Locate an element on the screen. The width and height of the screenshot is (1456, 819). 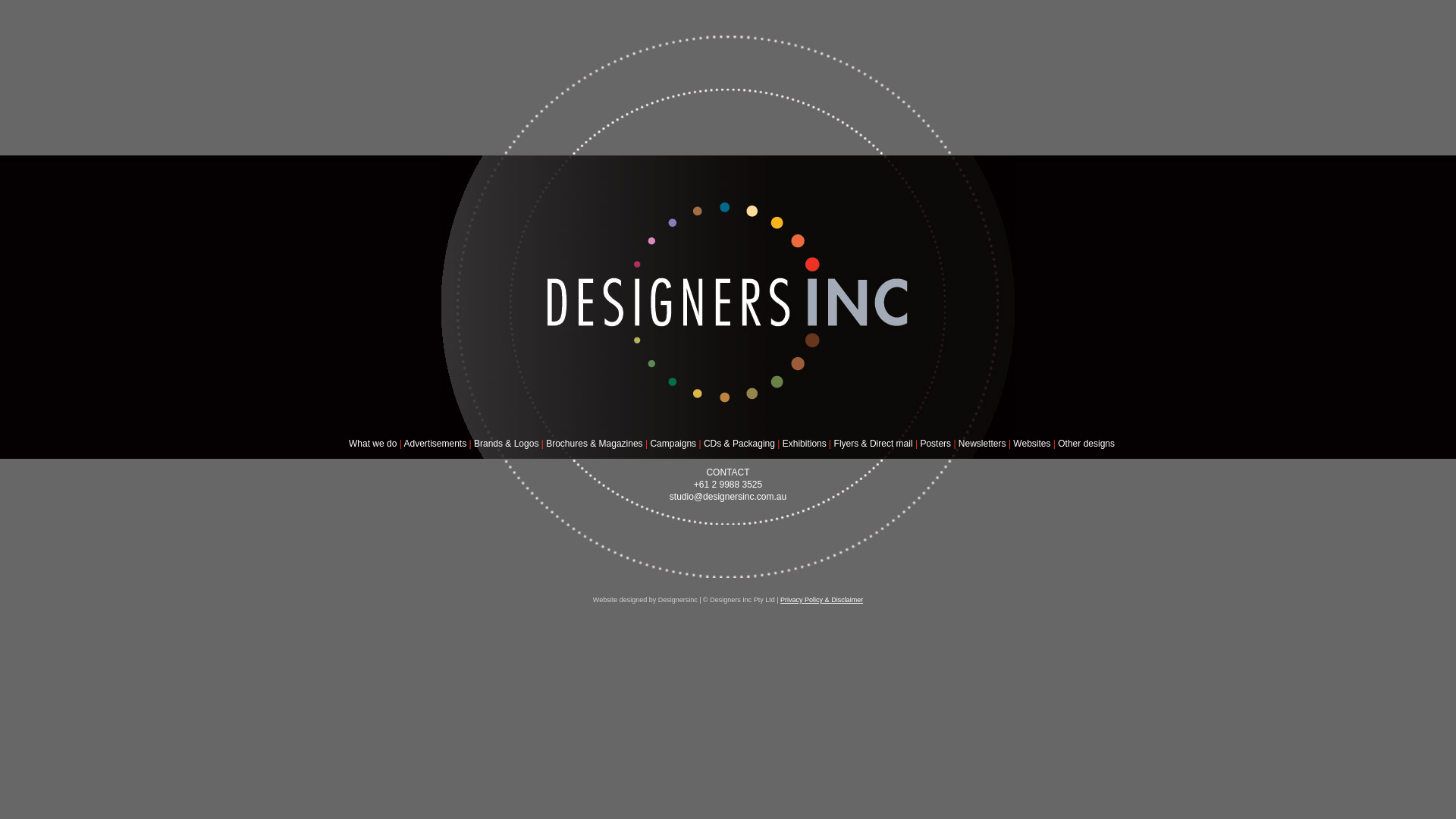
'Other designs' is located at coordinates (1085, 444).